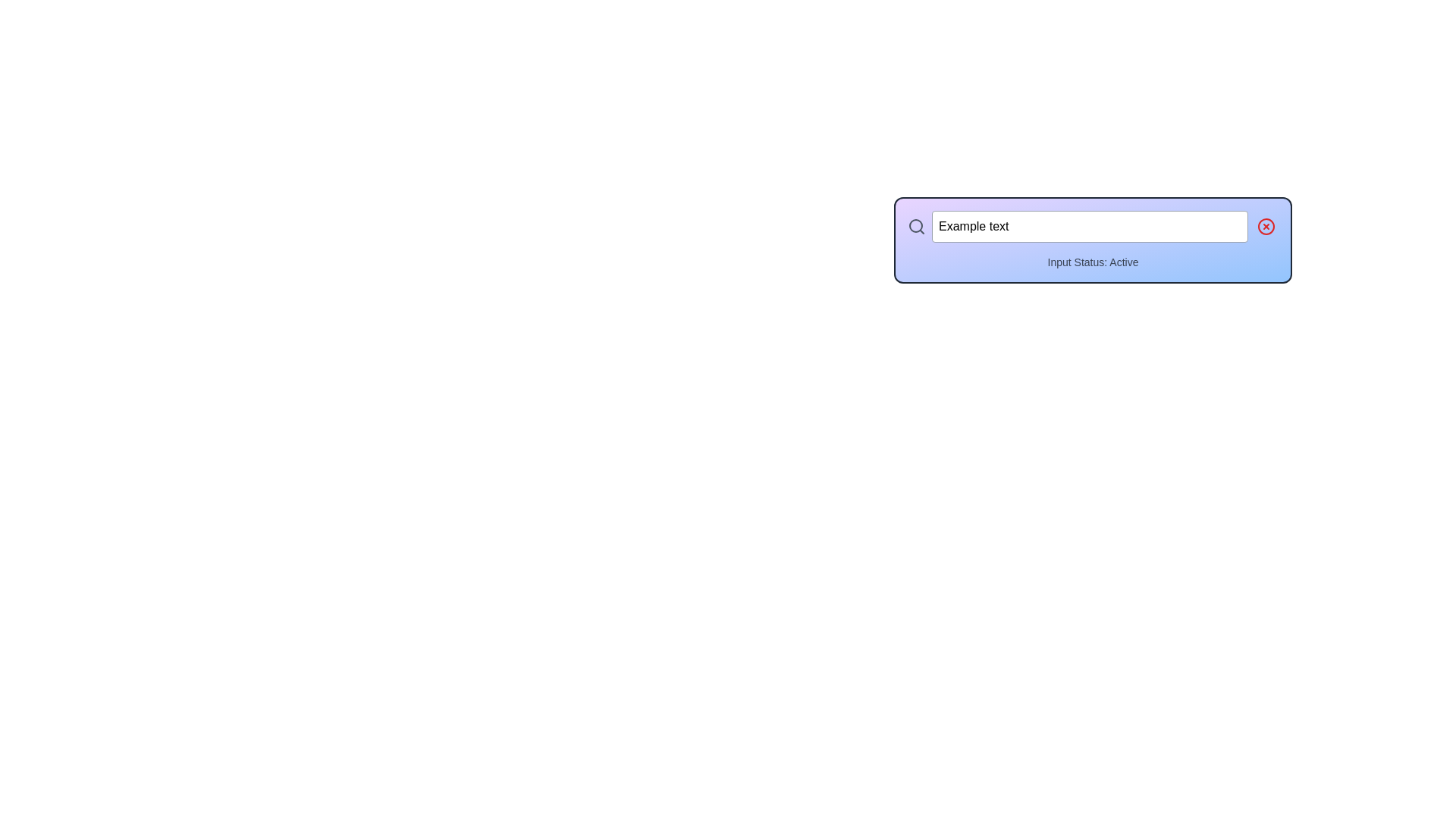 Image resolution: width=1456 pixels, height=819 pixels. What do you see at coordinates (915, 225) in the screenshot?
I see `the decorative SVG Circle element that is part of the magnifying glass icon, which symbolizes search functionality and is located on the left-side end of the input field with placeholder text 'Example text'` at bounding box center [915, 225].